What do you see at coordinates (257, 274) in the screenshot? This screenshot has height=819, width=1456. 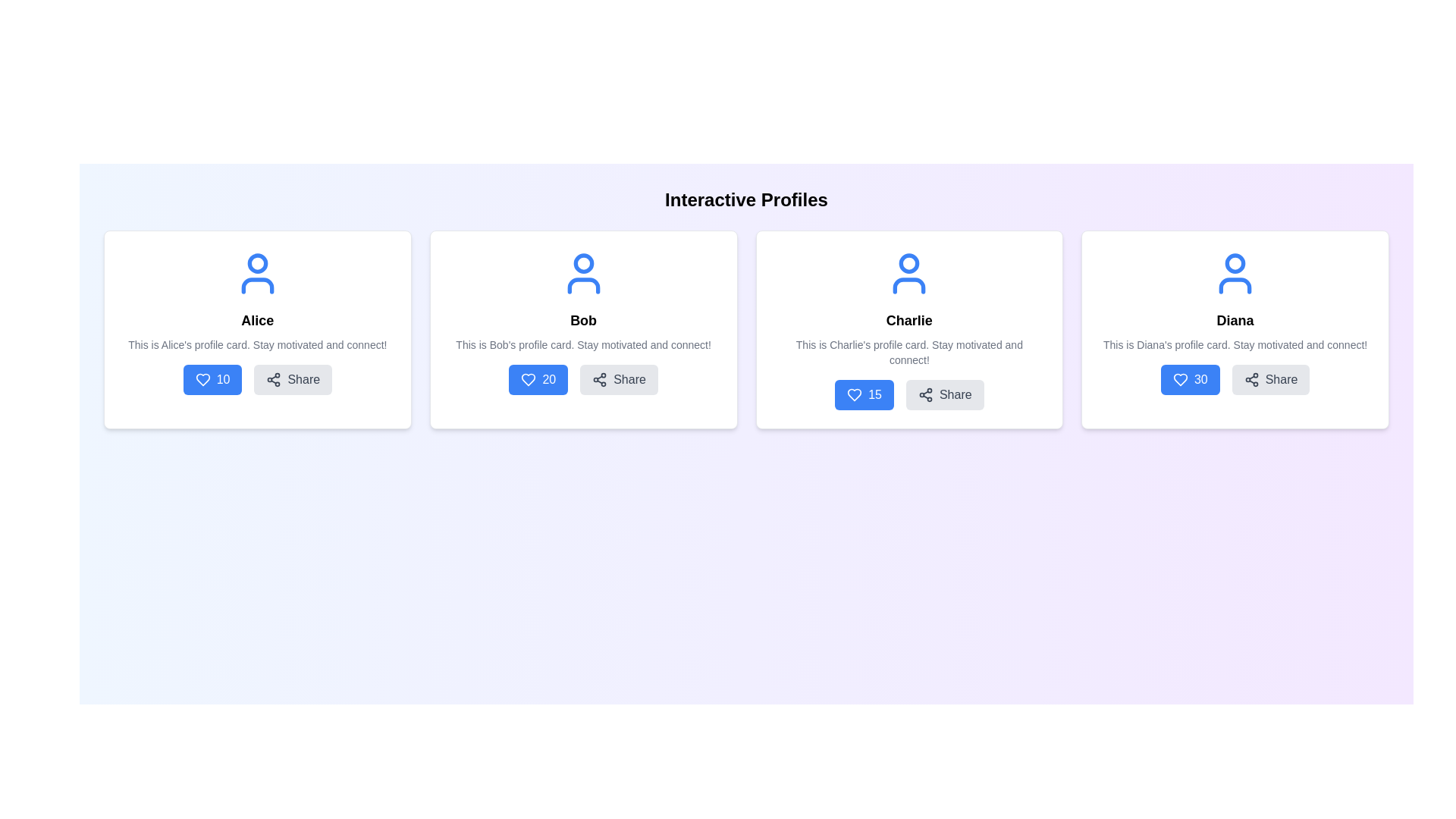 I see `the user profile represented by the SVG icon located at the top of Alice's profile card, centered above her name and description` at bounding box center [257, 274].